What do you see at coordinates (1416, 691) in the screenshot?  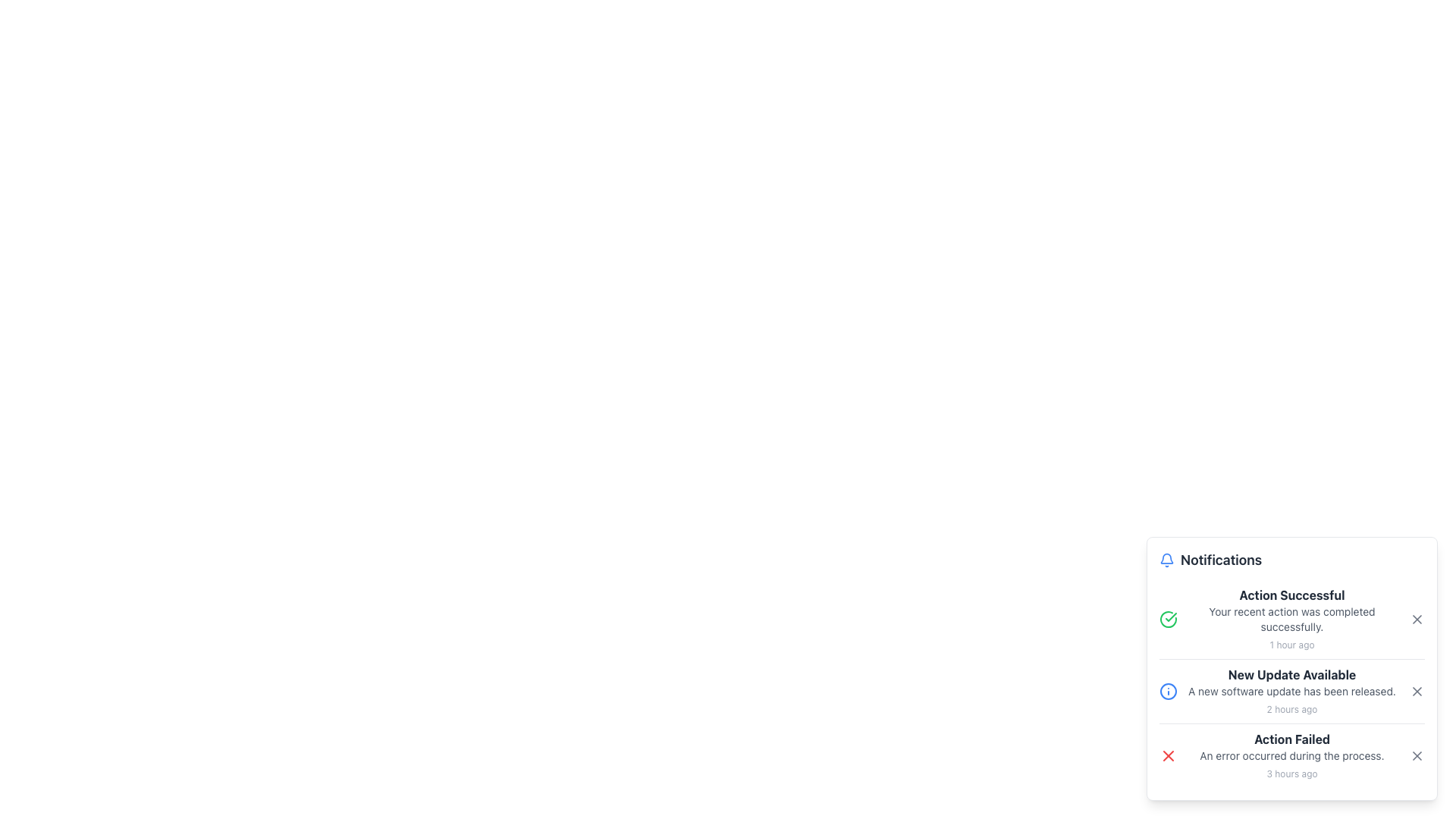 I see `the grey dismissal button with an 'X' symbol` at bounding box center [1416, 691].